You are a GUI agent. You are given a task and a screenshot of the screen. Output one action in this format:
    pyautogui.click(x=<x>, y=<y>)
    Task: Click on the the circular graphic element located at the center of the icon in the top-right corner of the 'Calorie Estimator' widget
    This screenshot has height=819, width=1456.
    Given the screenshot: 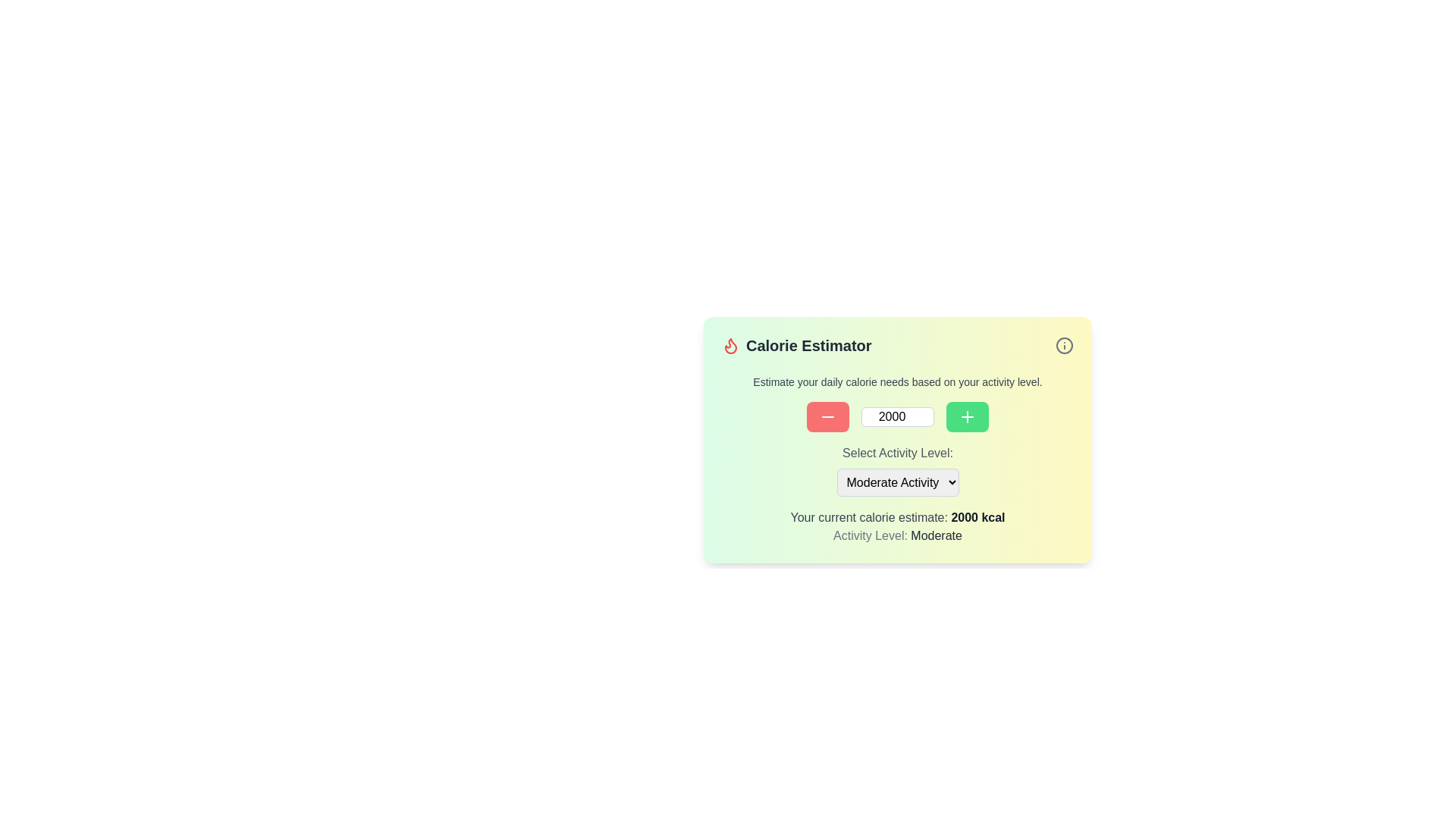 What is the action you would take?
    pyautogui.click(x=1063, y=345)
    